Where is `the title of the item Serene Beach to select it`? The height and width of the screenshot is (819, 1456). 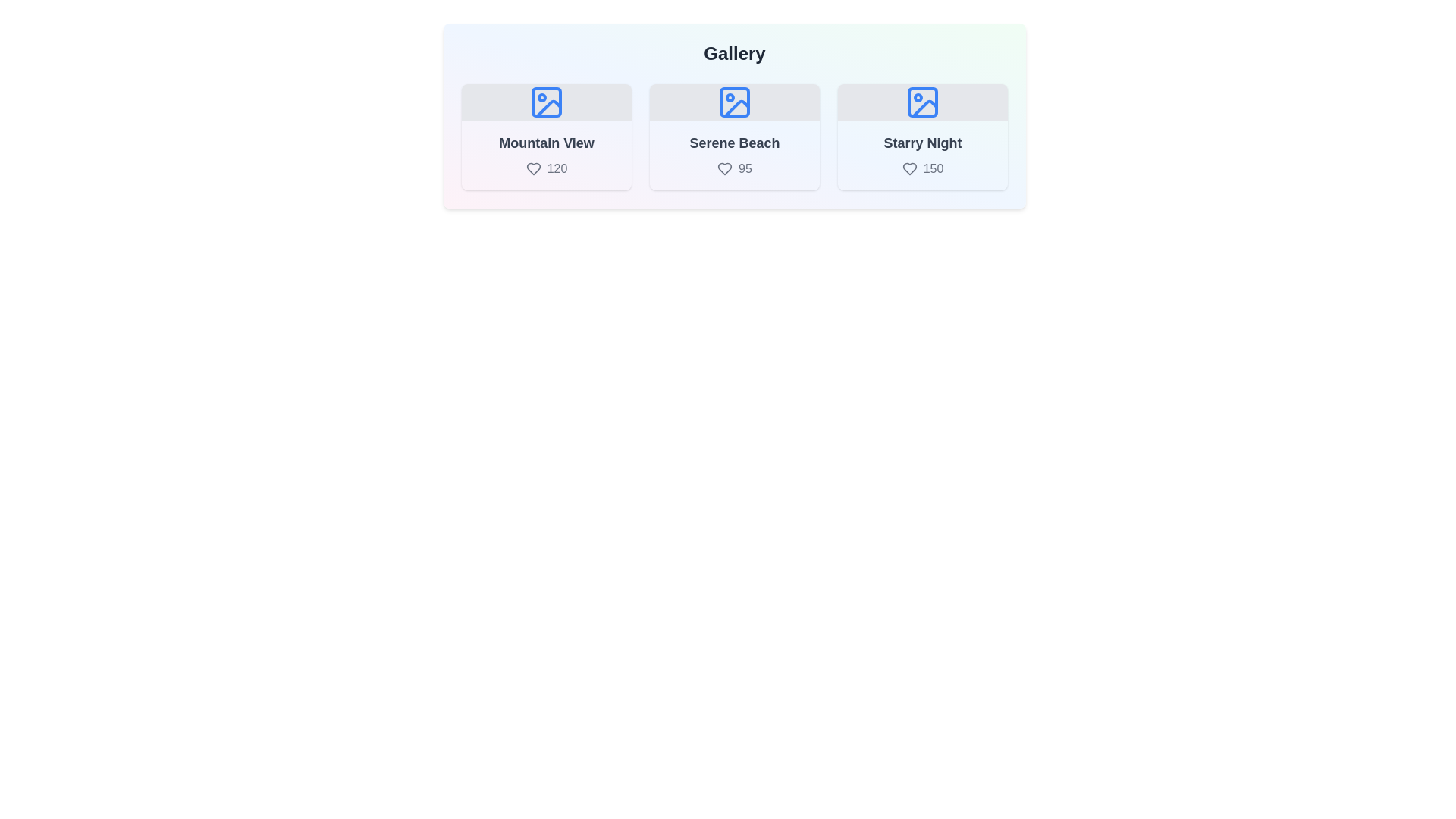 the title of the item Serene Beach to select it is located at coordinates (735, 143).